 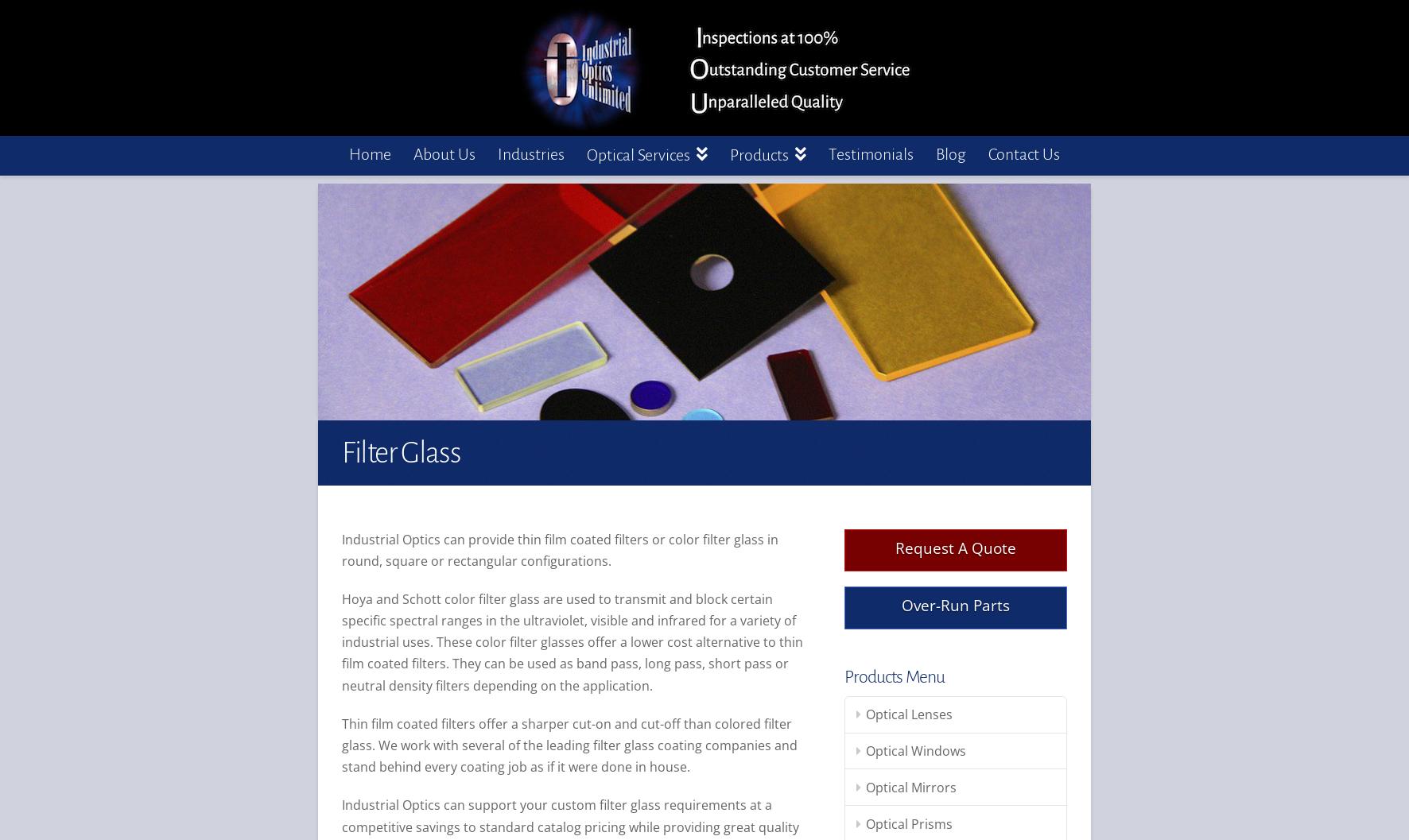 What do you see at coordinates (400, 451) in the screenshot?
I see `'Filter Glass'` at bounding box center [400, 451].